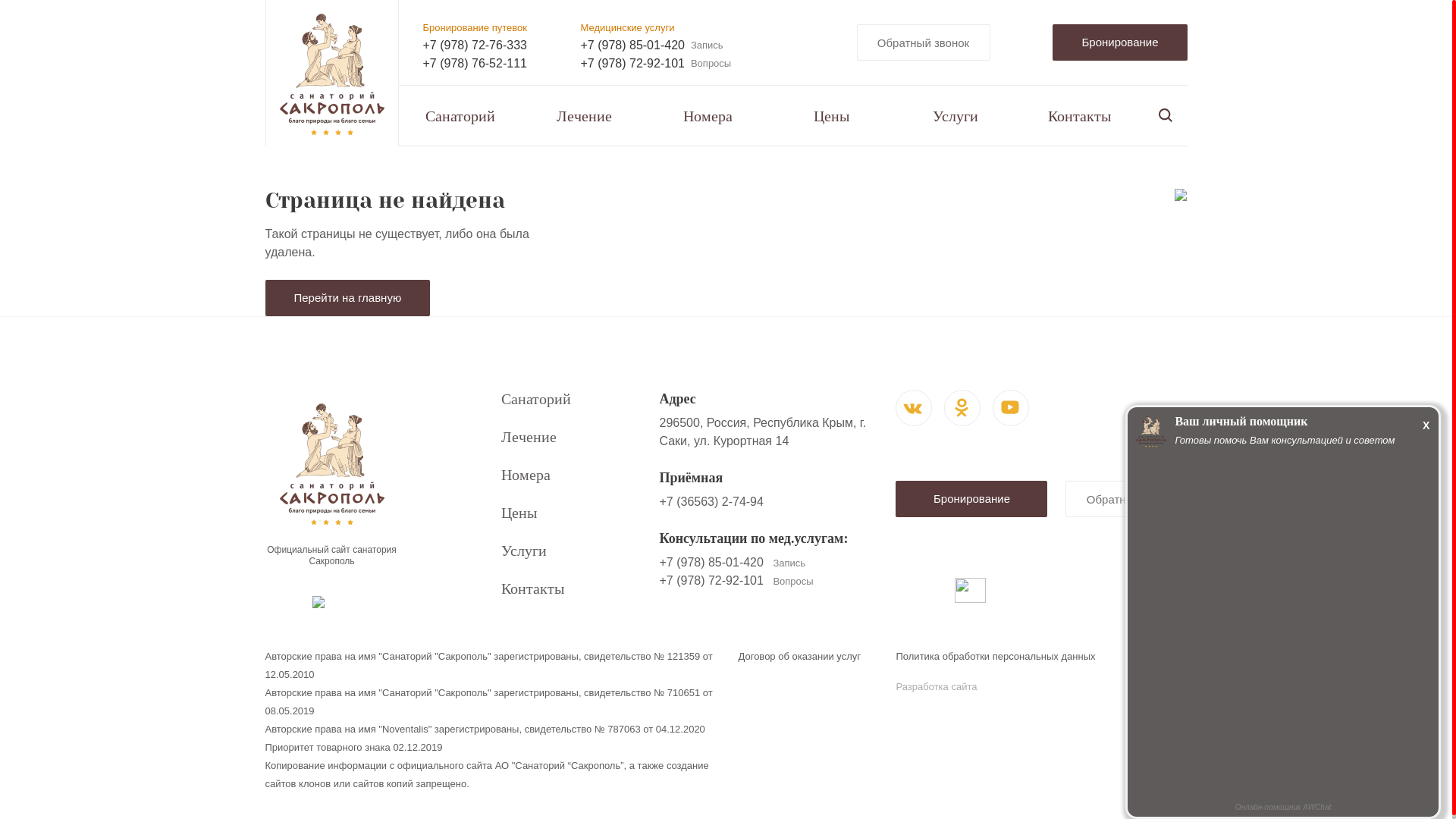 Image resolution: width=1456 pixels, height=819 pixels. What do you see at coordinates (658, 562) in the screenshot?
I see `'+7 (978) 85-01-420'` at bounding box center [658, 562].